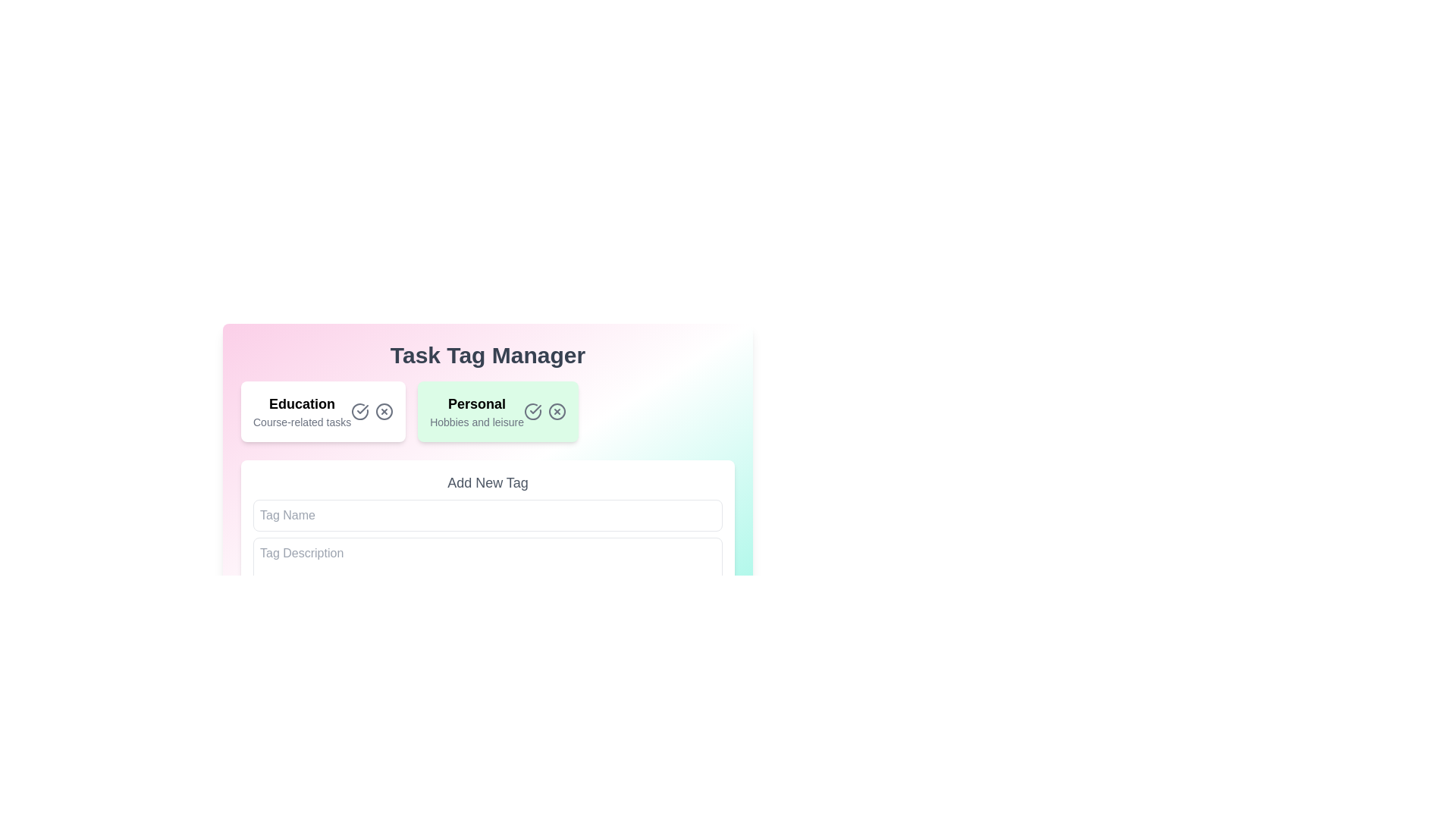 The height and width of the screenshot is (819, 1456). Describe the element at coordinates (384, 412) in the screenshot. I see `the circular icon button with a gray border and a red cross` at that location.